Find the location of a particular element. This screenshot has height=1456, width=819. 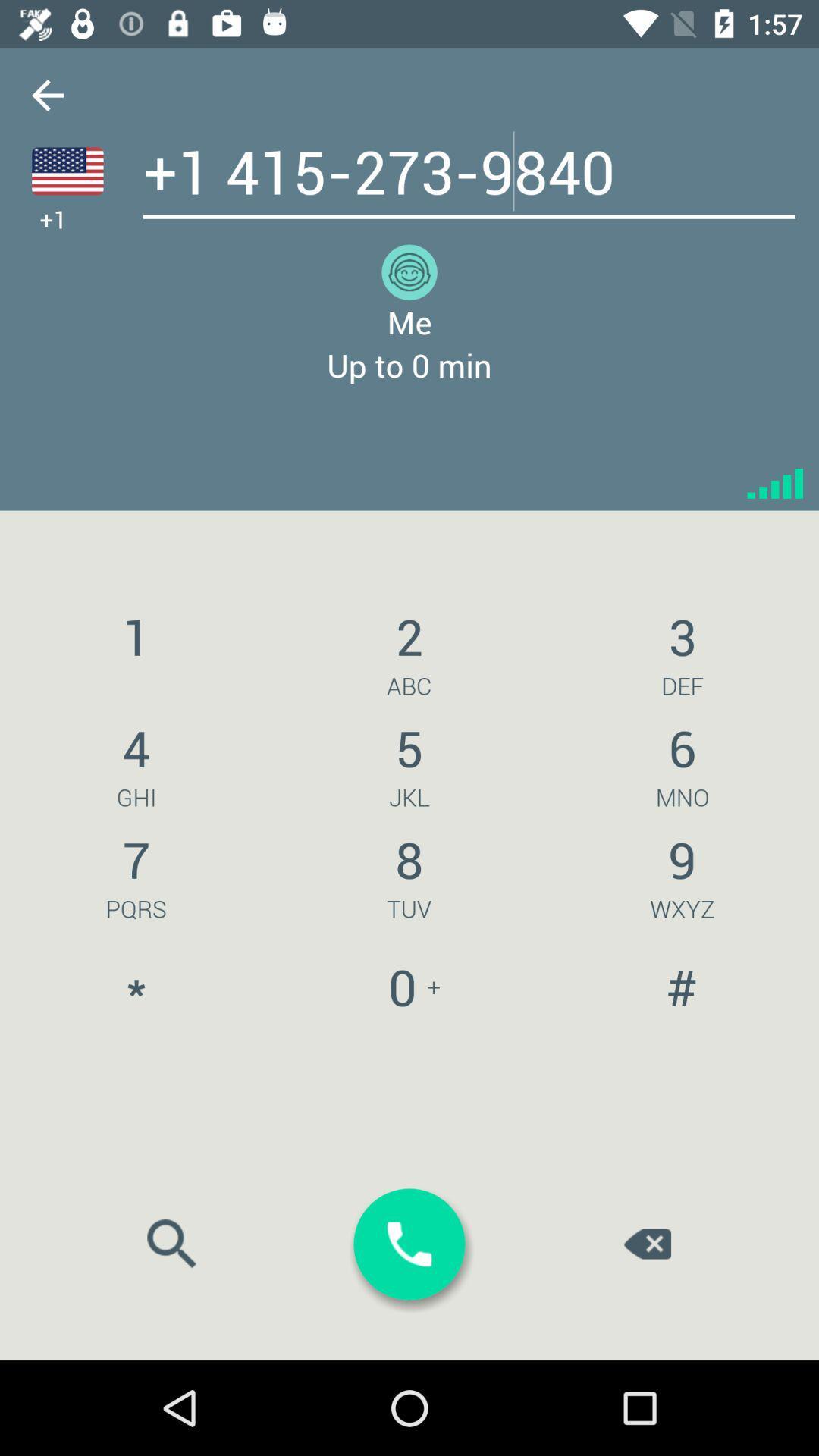

call this number is located at coordinates (409, 1244).